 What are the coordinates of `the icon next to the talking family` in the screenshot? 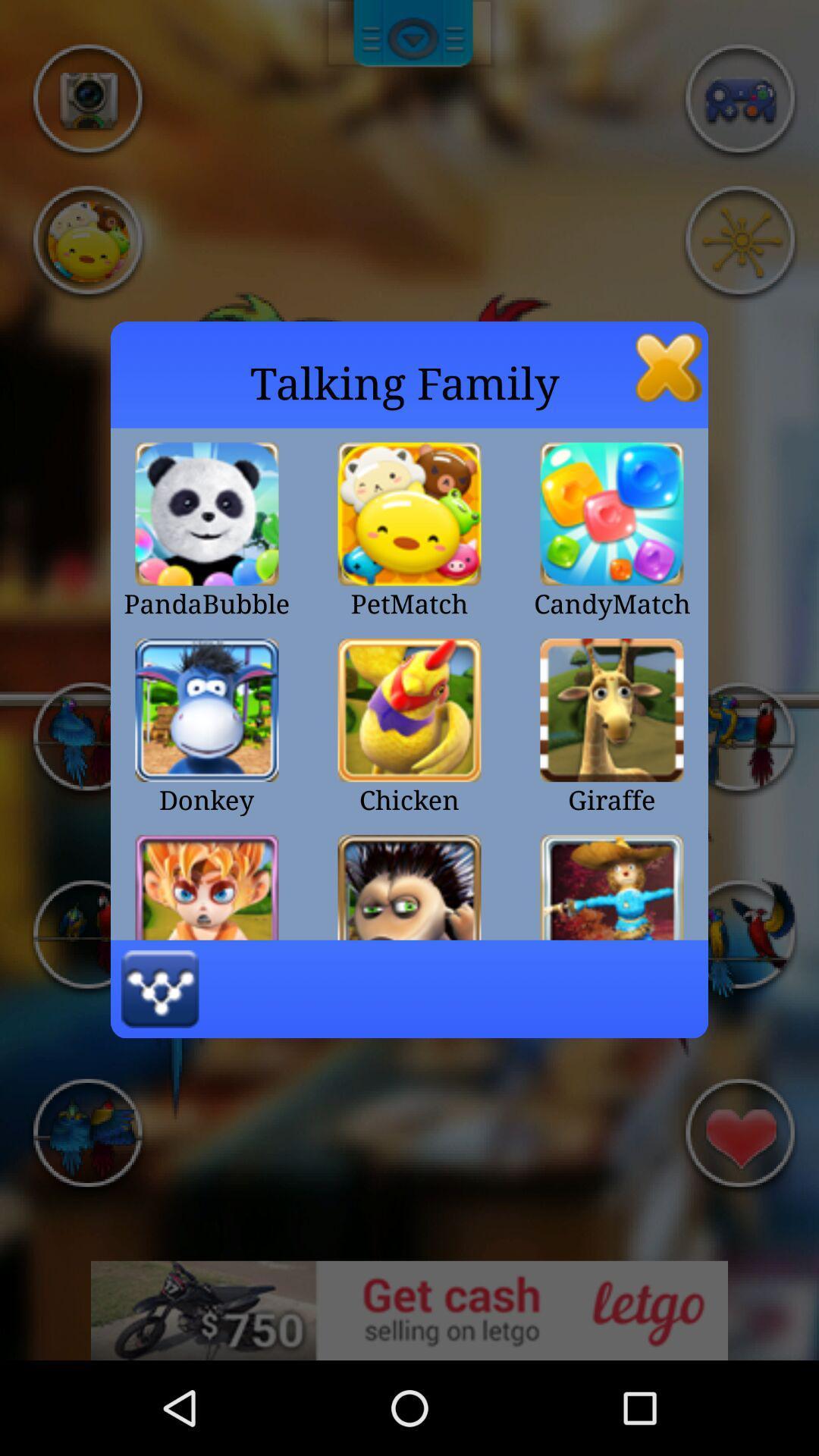 It's located at (668, 367).